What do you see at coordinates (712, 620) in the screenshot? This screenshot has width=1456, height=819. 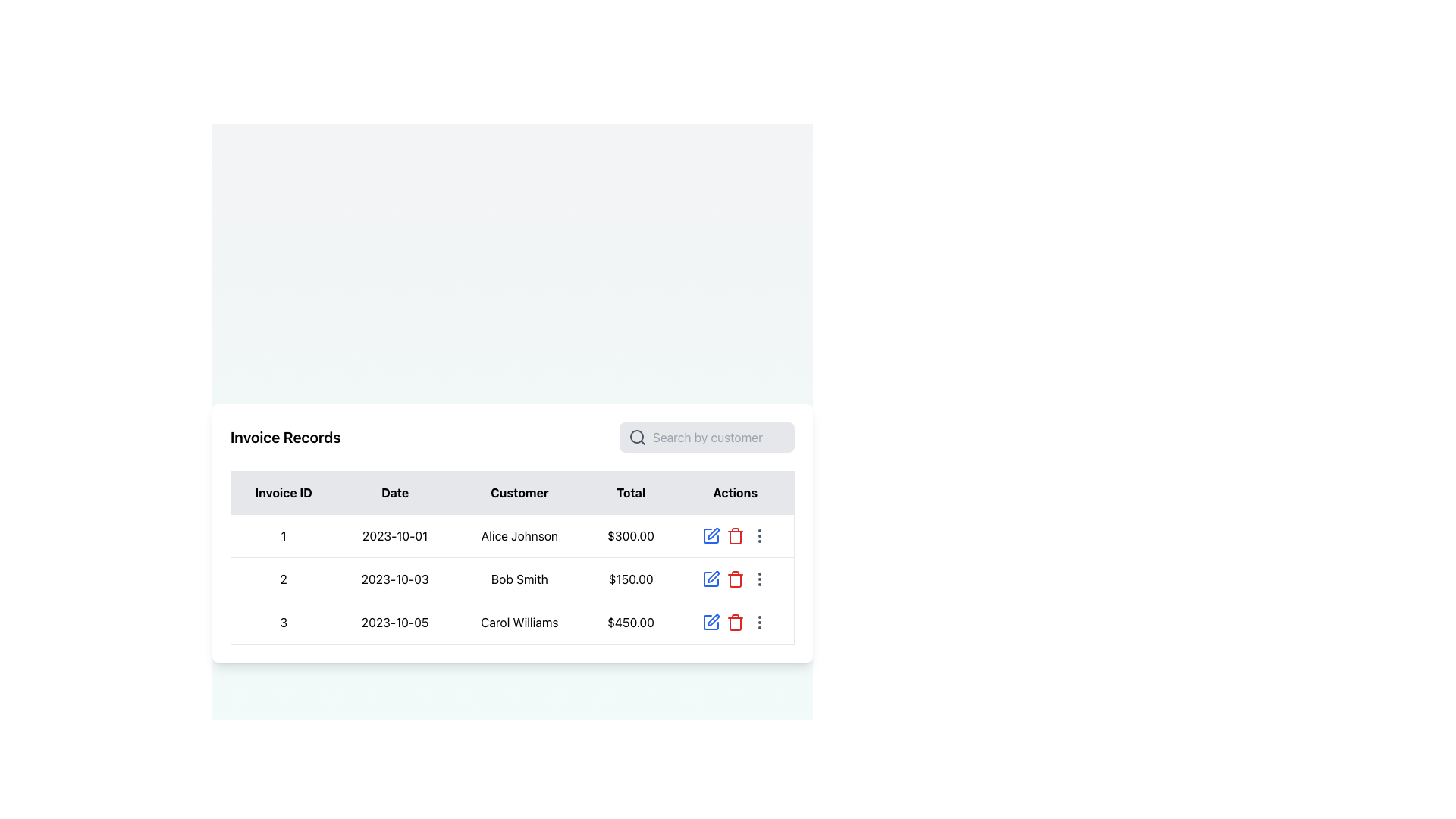 I see `the blue pen-shaped edit icon in the 'Actions' column of the third row for the invoice entry of 'Carol Williams'` at bounding box center [712, 620].